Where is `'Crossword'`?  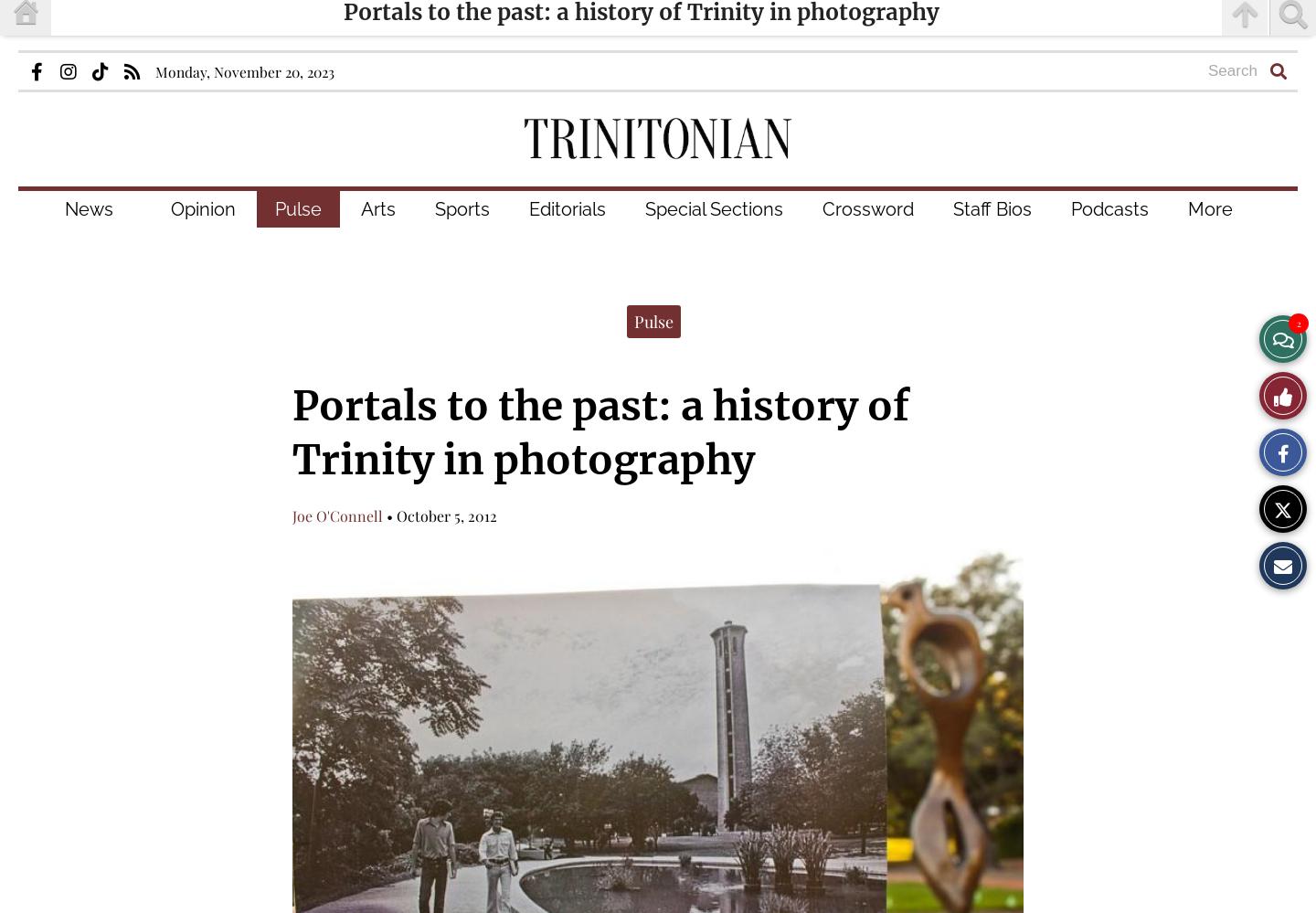
'Crossword' is located at coordinates (867, 208).